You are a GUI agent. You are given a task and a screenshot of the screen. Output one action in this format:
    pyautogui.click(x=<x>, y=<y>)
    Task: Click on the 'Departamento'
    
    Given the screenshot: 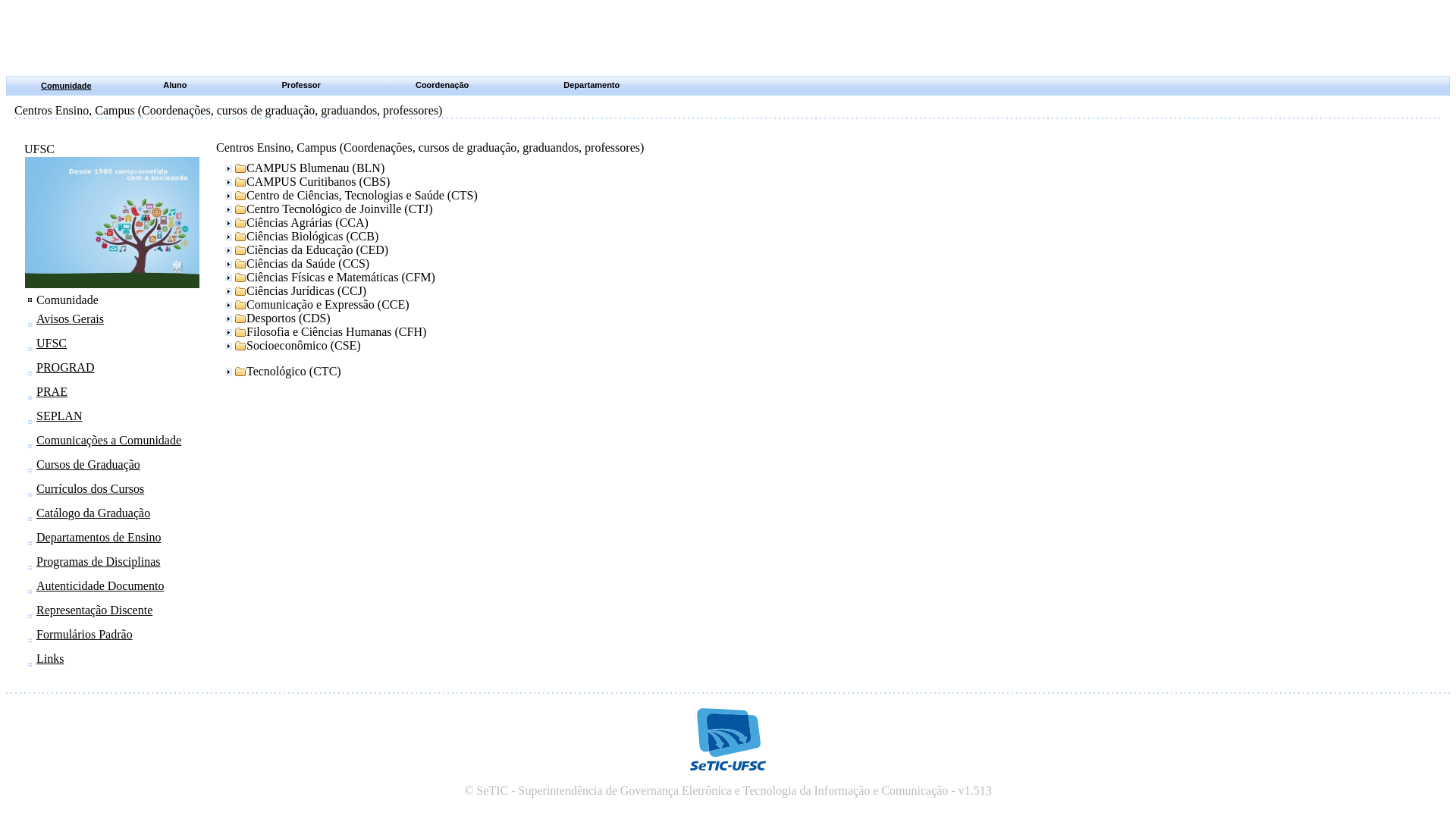 What is the action you would take?
    pyautogui.click(x=563, y=84)
    